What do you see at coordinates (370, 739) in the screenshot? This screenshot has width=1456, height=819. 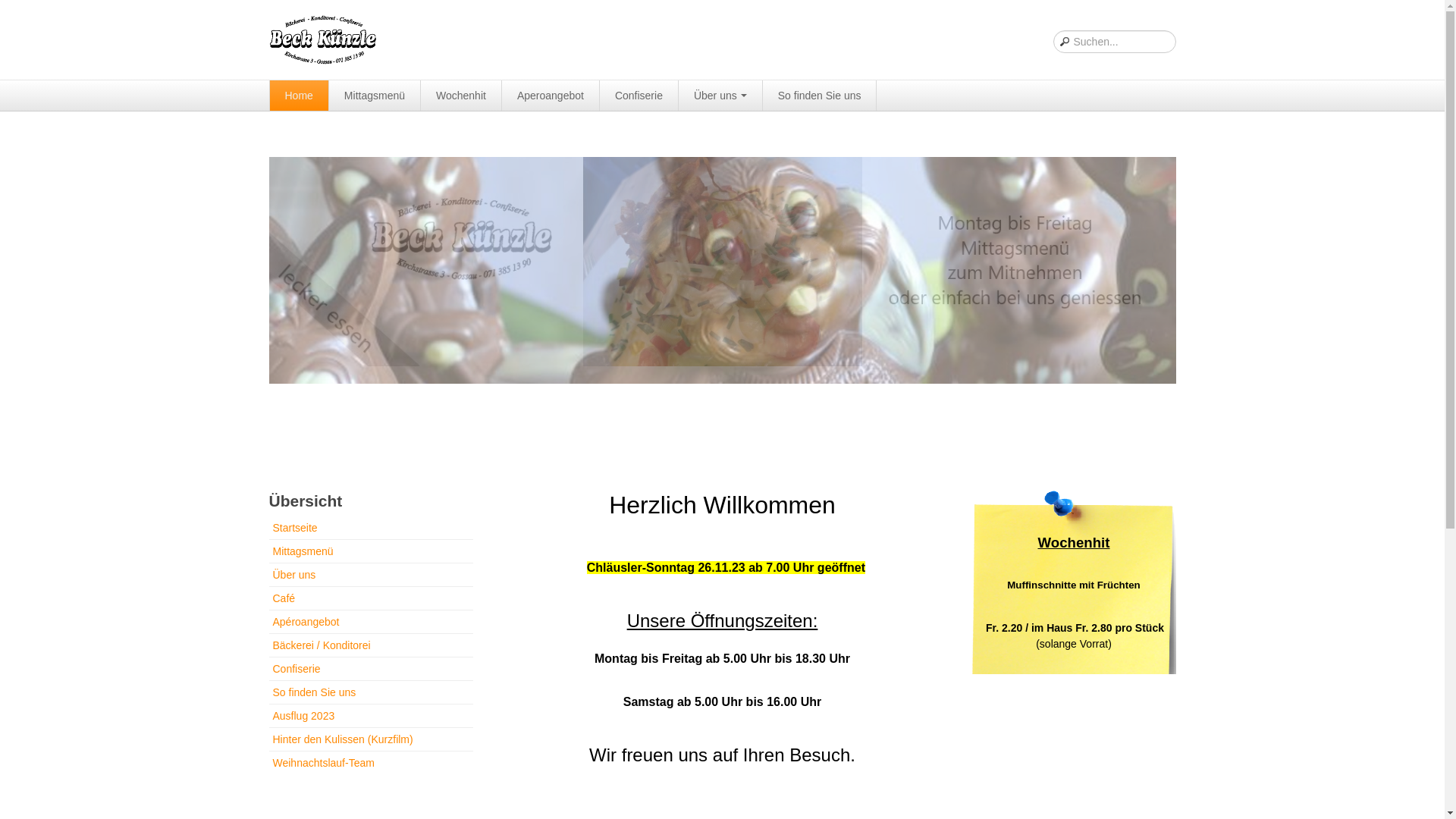 I see `'Hinter den Kulissen (Kurzfilm)'` at bounding box center [370, 739].